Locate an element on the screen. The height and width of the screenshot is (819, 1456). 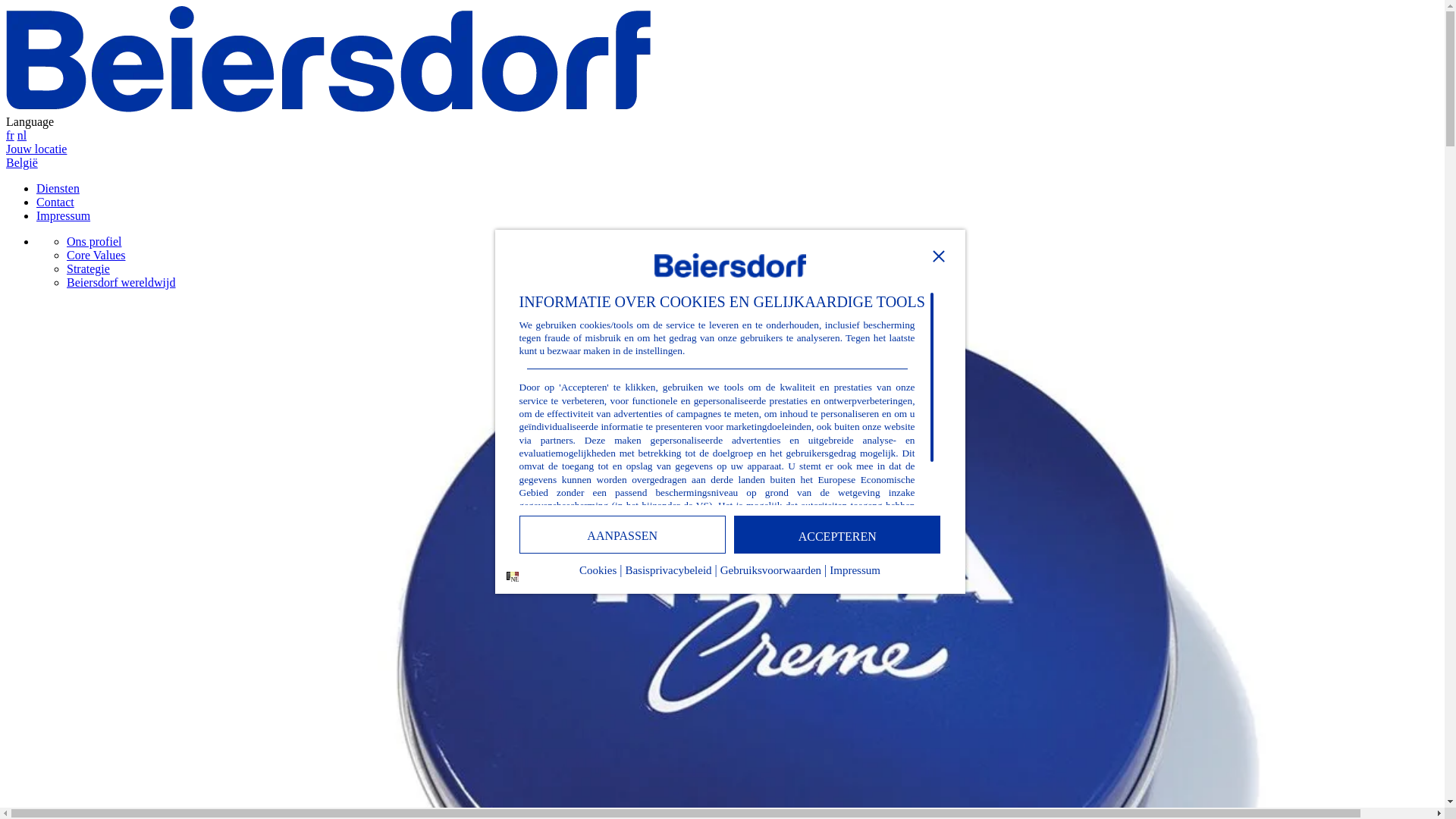
'Gebruiksvoorwaarden' is located at coordinates (720, 574).